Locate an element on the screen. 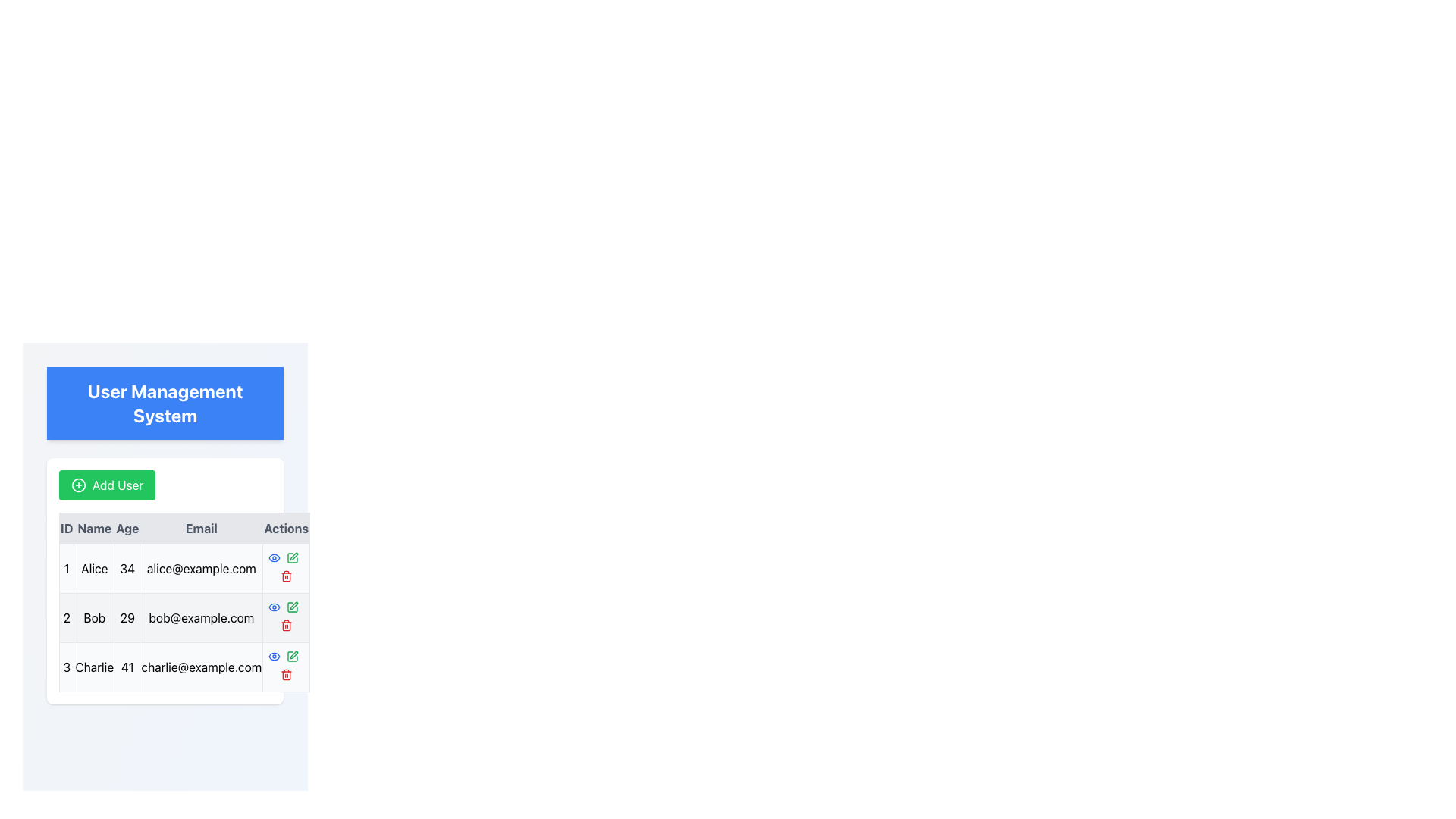 This screenshot has height=819, width=1456. the interactive elements within the first row of the user data table, which displays ID, name, age, and email is located at coordinates (184, 568).